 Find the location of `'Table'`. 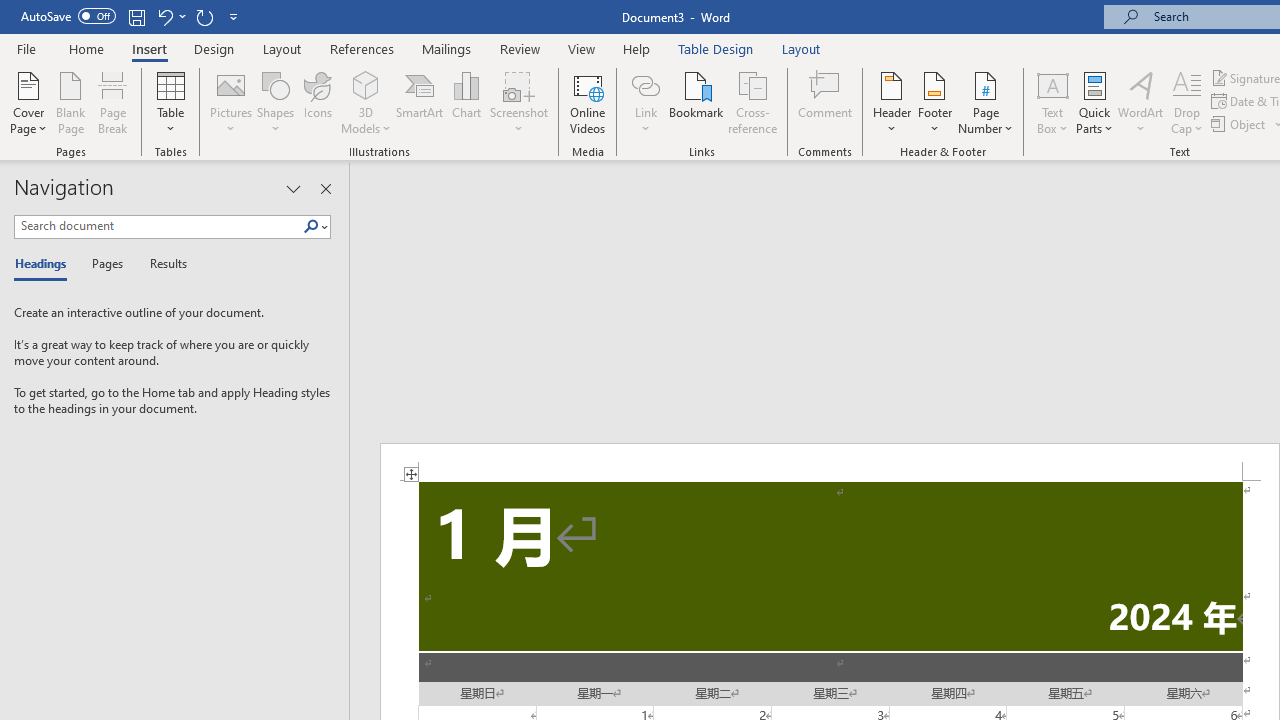

'Table' is located at coordinates (170, 103).